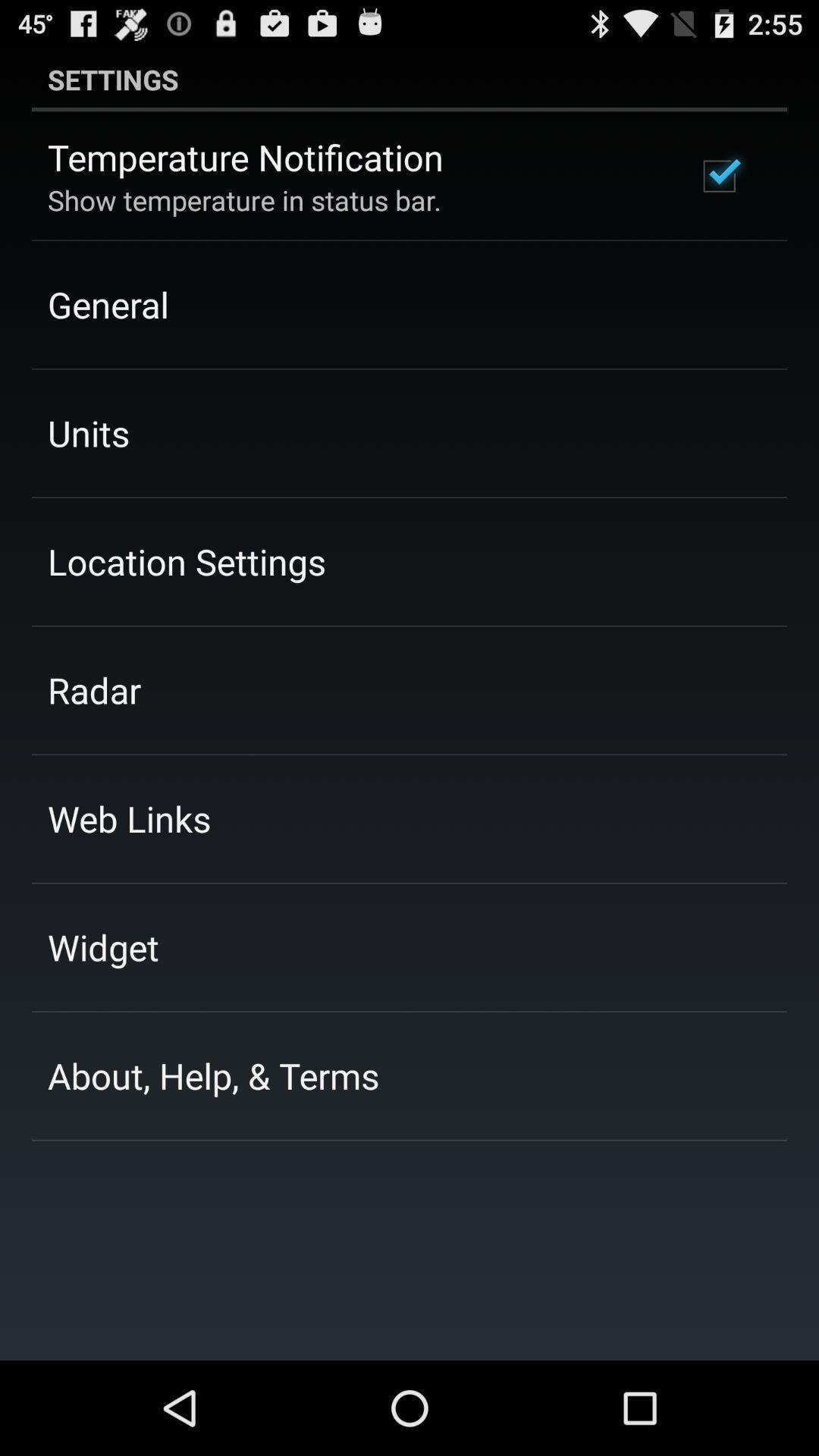 This screenshot has width=819, height=1456. Describe the element at coordinates (186, 560) in the screenshot. I see `the location settings icon` at that location.